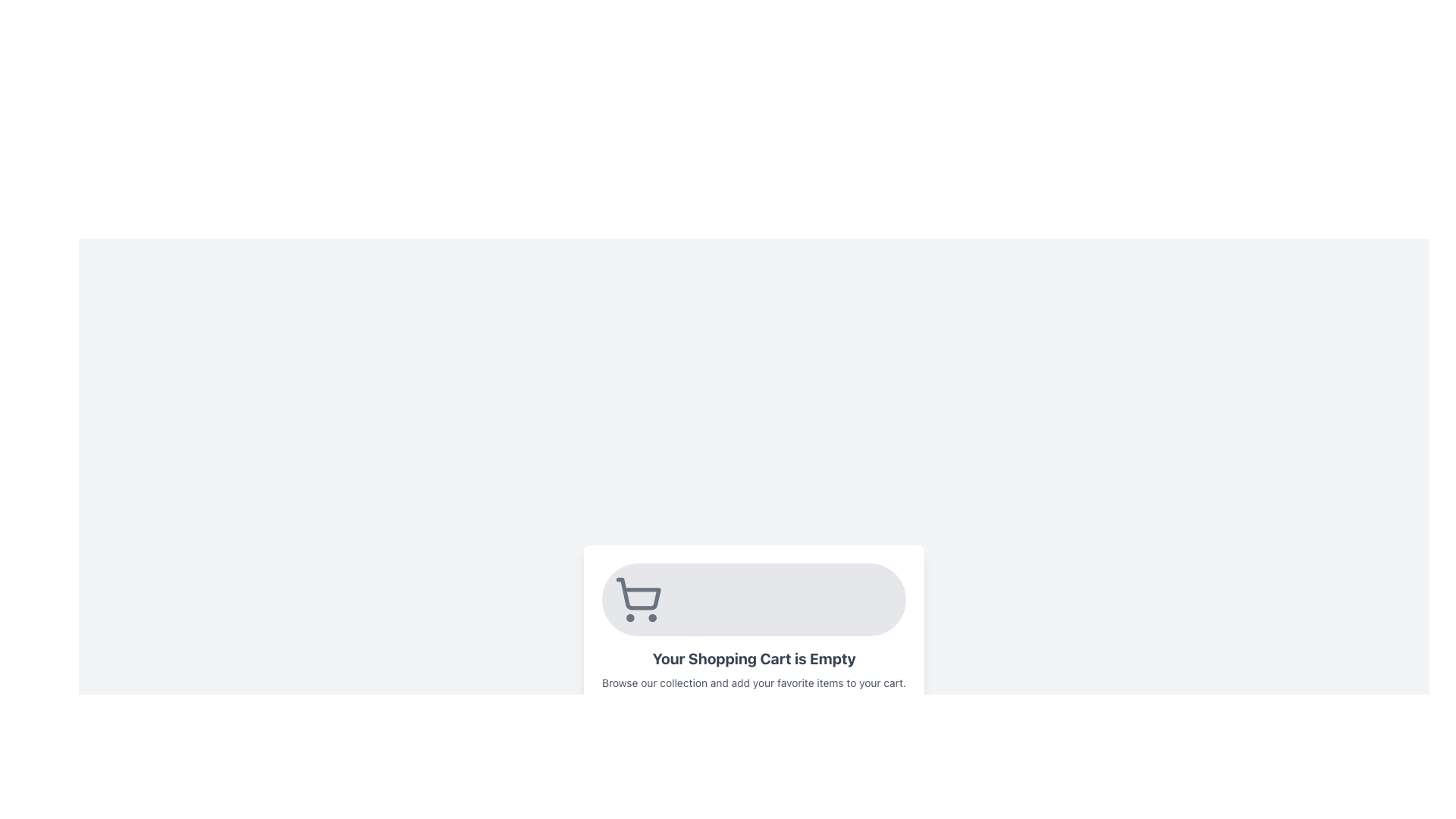 This screenshot has width=1456, height=819. I want to click on the shopping cart vector icon, which is gray and features a minimalistic design with two small circles underneath, located above the text 'Your Shopping Cart is Empty', so click(639, 598).